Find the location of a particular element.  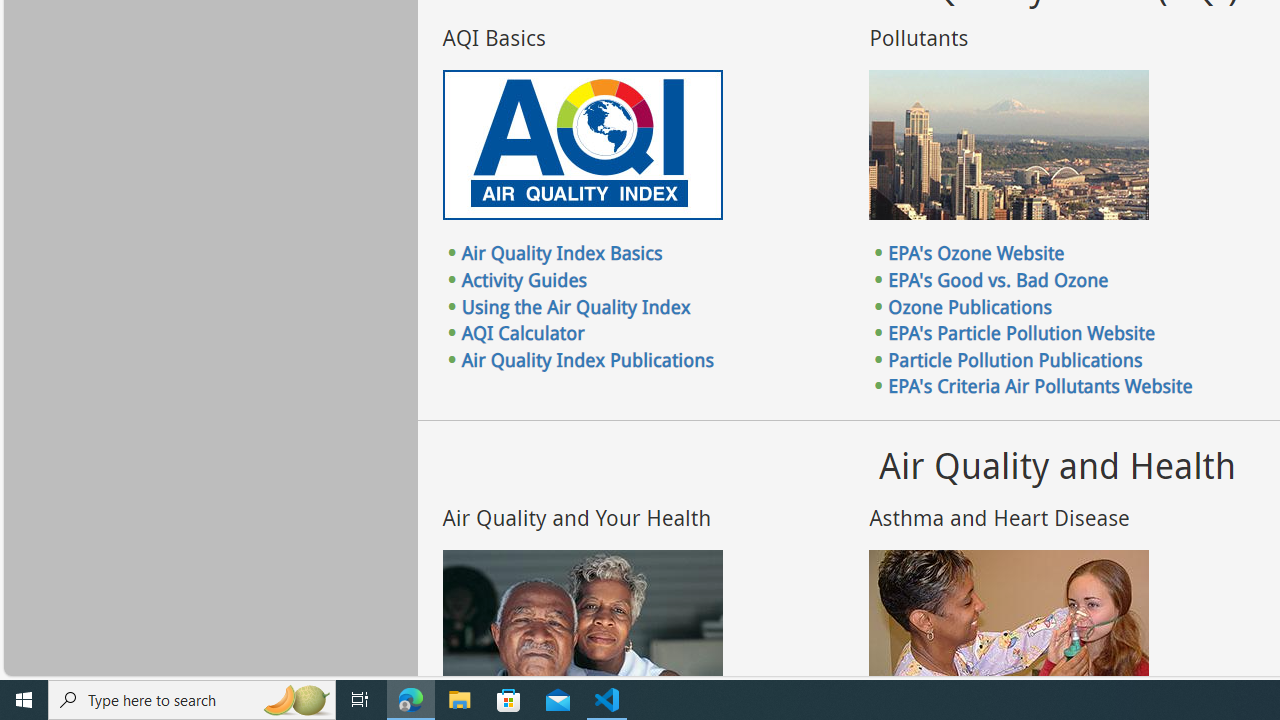

'Ozone Publications' is located at coordinates (970, 306).